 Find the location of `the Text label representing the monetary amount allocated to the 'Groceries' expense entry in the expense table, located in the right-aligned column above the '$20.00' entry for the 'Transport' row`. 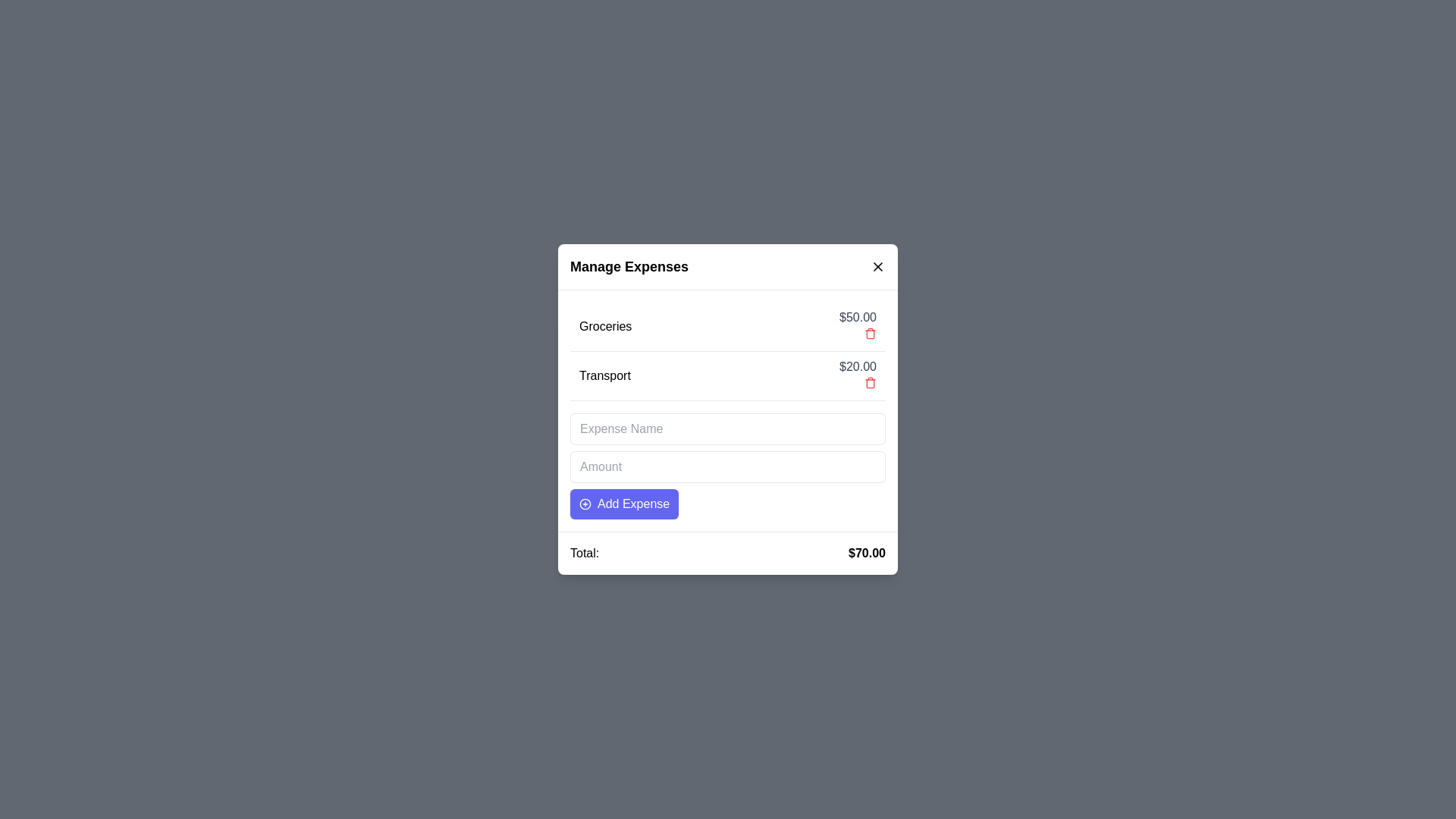

the Text label representing the monetary amount allocated to the 'Groceries' expense entry in the expense table, located in the right-aligned column above the '$20.00' entry for the 'Transport' row is located at coordinates (858, 317).